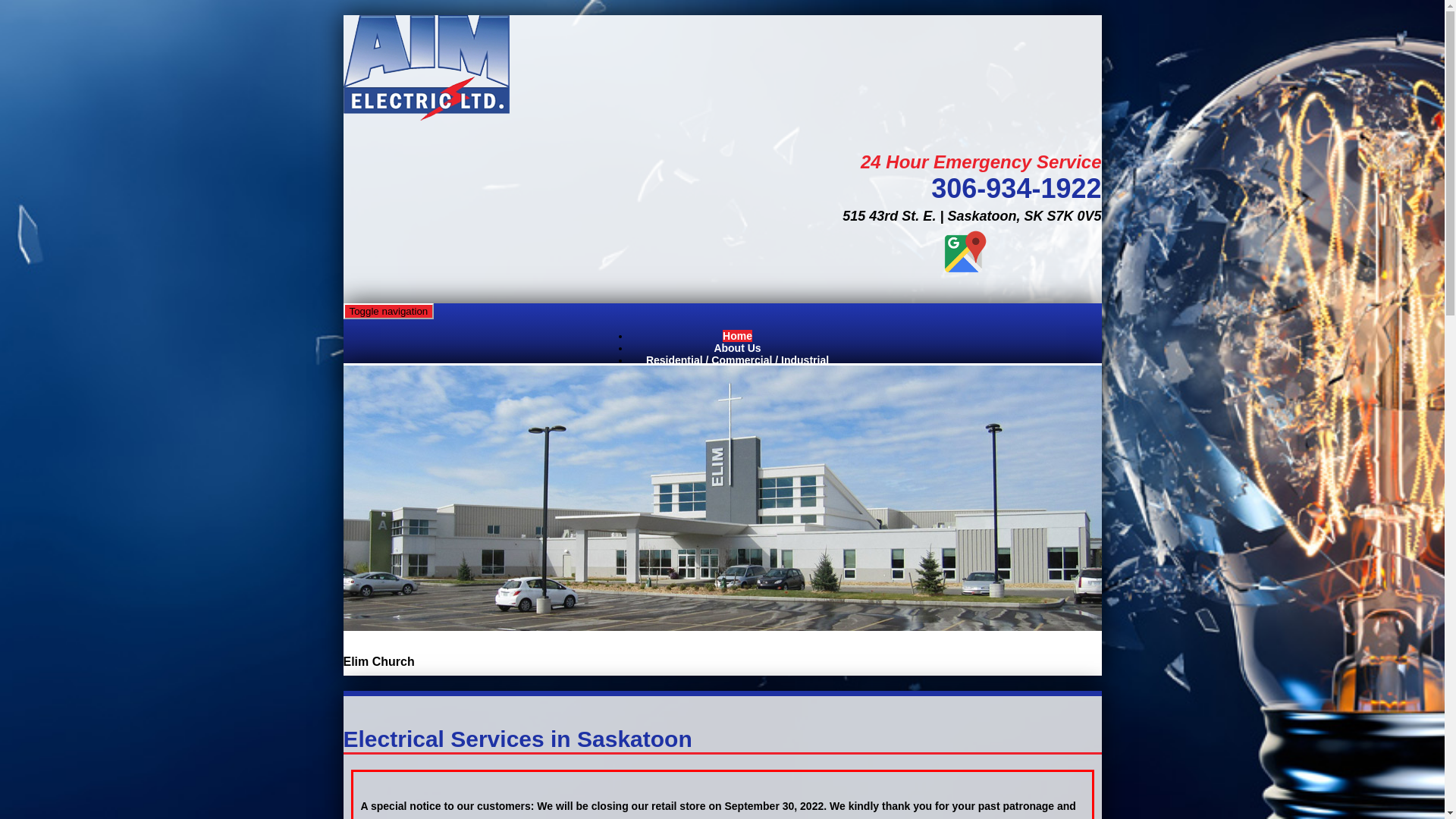 Image resolution: width=1456 pixels, height=819 pixels. I want to click on 'Aim Electric Ltd  (Saskatoon), Electrician, Saskatoon, SK', so click(1043, 257).